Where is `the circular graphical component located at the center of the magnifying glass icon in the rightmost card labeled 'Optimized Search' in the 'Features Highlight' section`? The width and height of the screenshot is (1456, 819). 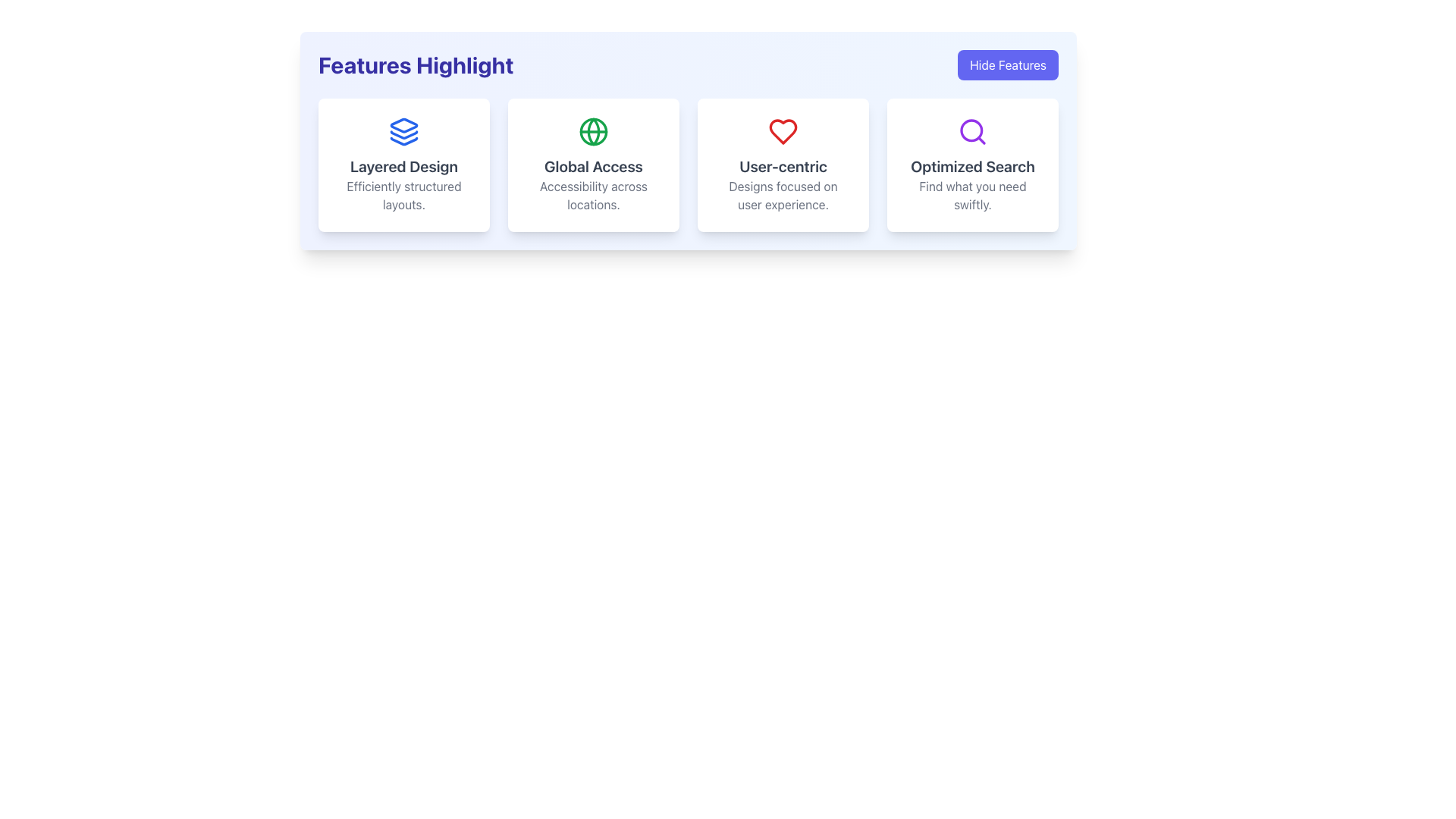
the circular graphical component located at the center of the magnifying glass icon in the rightmost card labeled 'Optimized Search' in the 'Features Highlight' section is located at coordinates (971, 130).